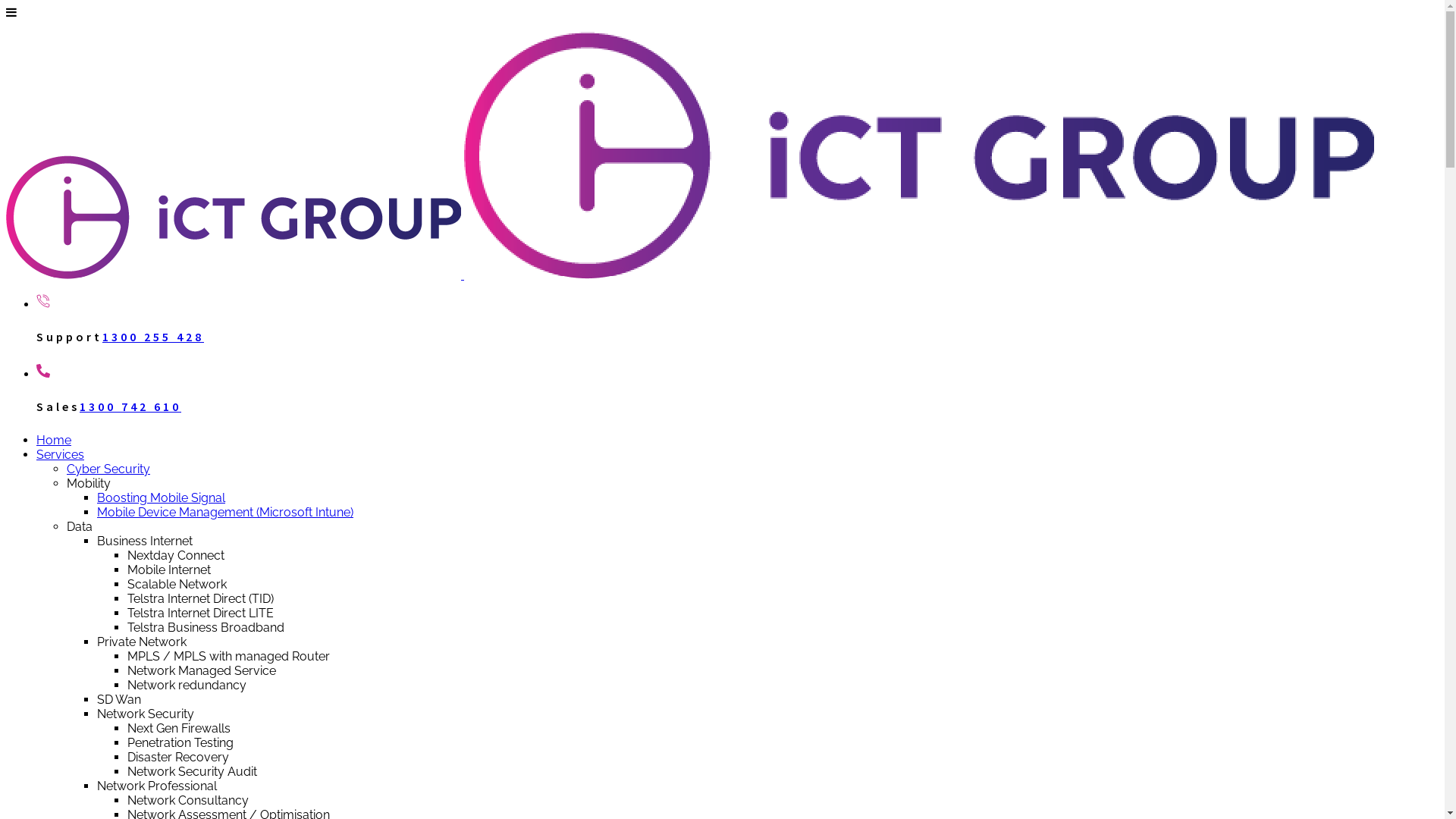 The image size is (1456, 819). Describe the element at coordinates (127, 771) in the screenshot. I see `'Network Security Audit'` at that location.